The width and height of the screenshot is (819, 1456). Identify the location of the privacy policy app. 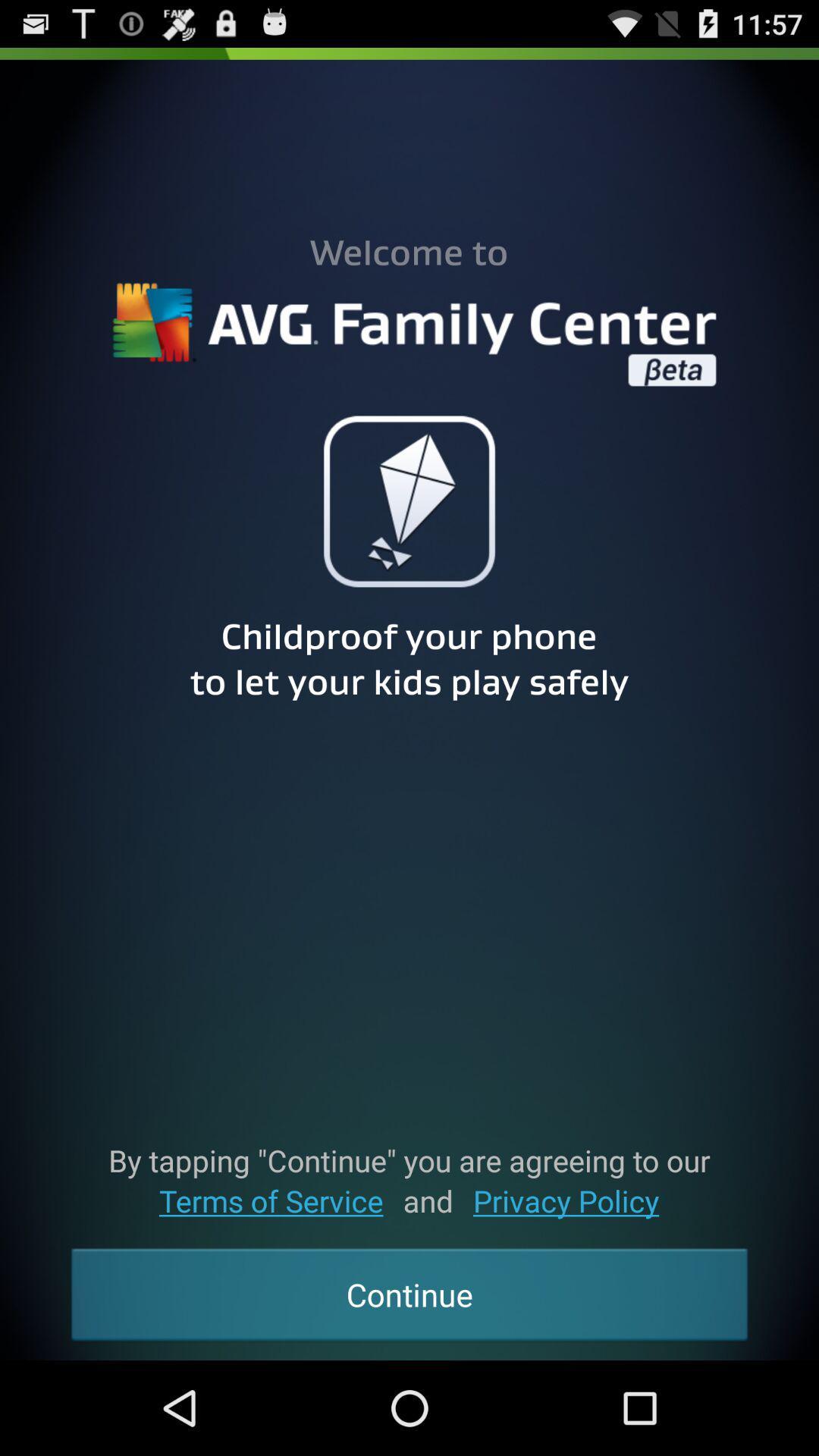
(566, 1200).